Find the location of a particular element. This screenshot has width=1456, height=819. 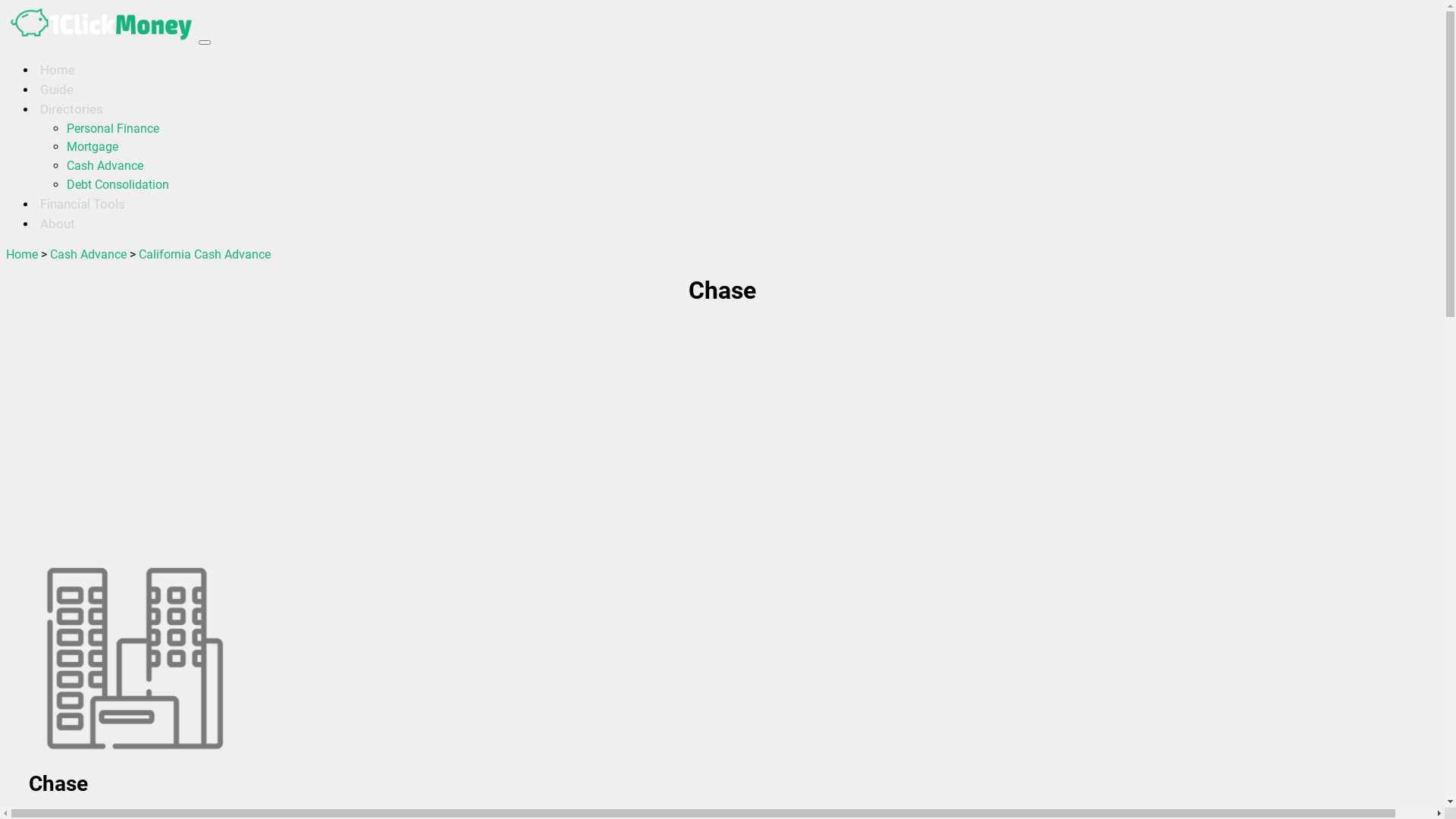

'Cash Advance' is located at coordinates (87, 253).